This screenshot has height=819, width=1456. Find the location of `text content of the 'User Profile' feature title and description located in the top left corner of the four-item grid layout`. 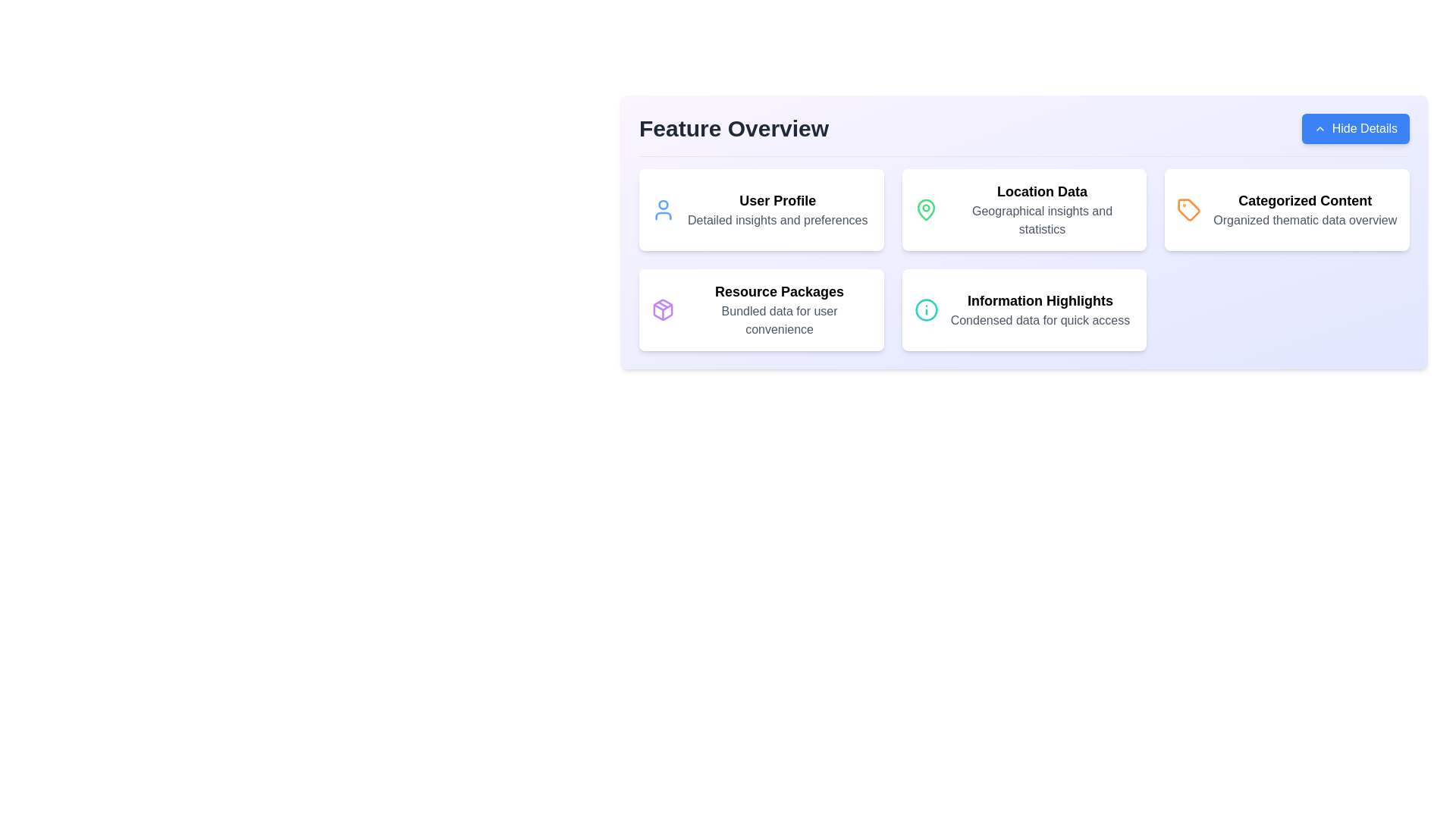

text content of the 'User Profile' feature title and description located in the top left corner of the four-item grid layout is located at coordinates (777, 210).